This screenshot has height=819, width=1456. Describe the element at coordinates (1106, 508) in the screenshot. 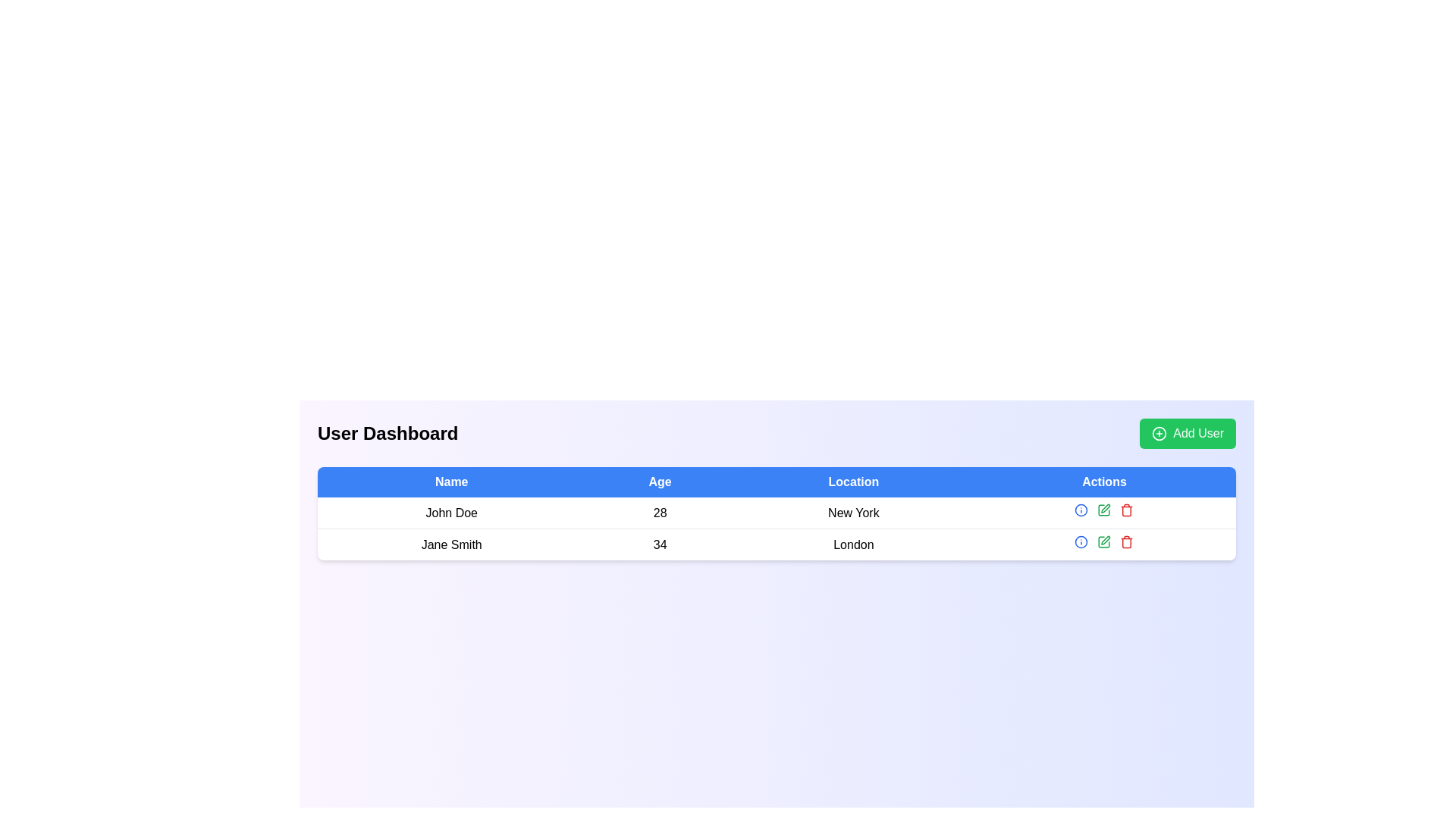

I see `the pen icon located in the second row of the 'Actions' column to initiate editing the user Jane Smith` at that location.